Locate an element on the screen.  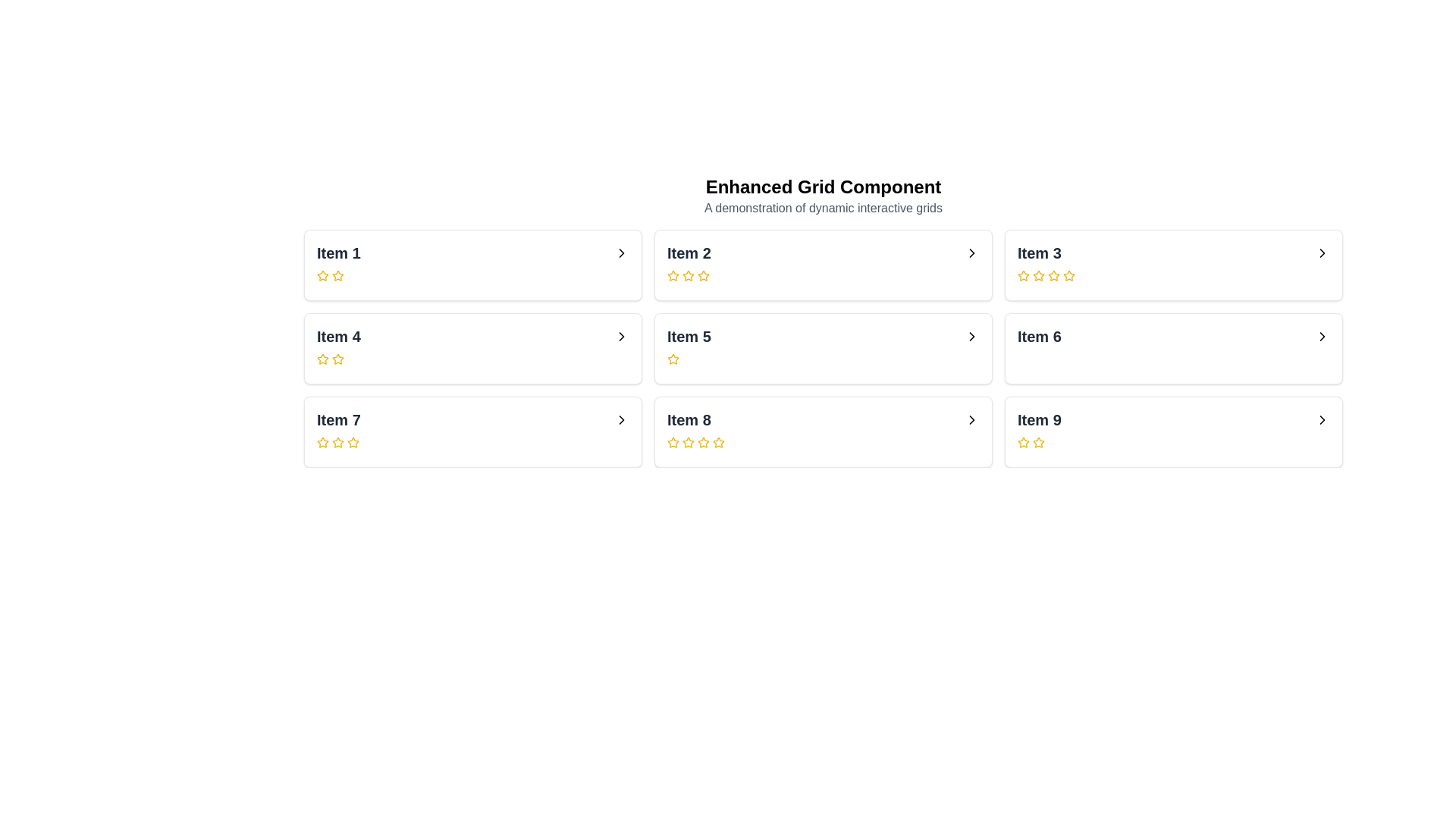
the text label located in the second row and second column of the 3x3 grid layout, which serves as a title or label for its respective grid item is located at coordinates (688, 335).